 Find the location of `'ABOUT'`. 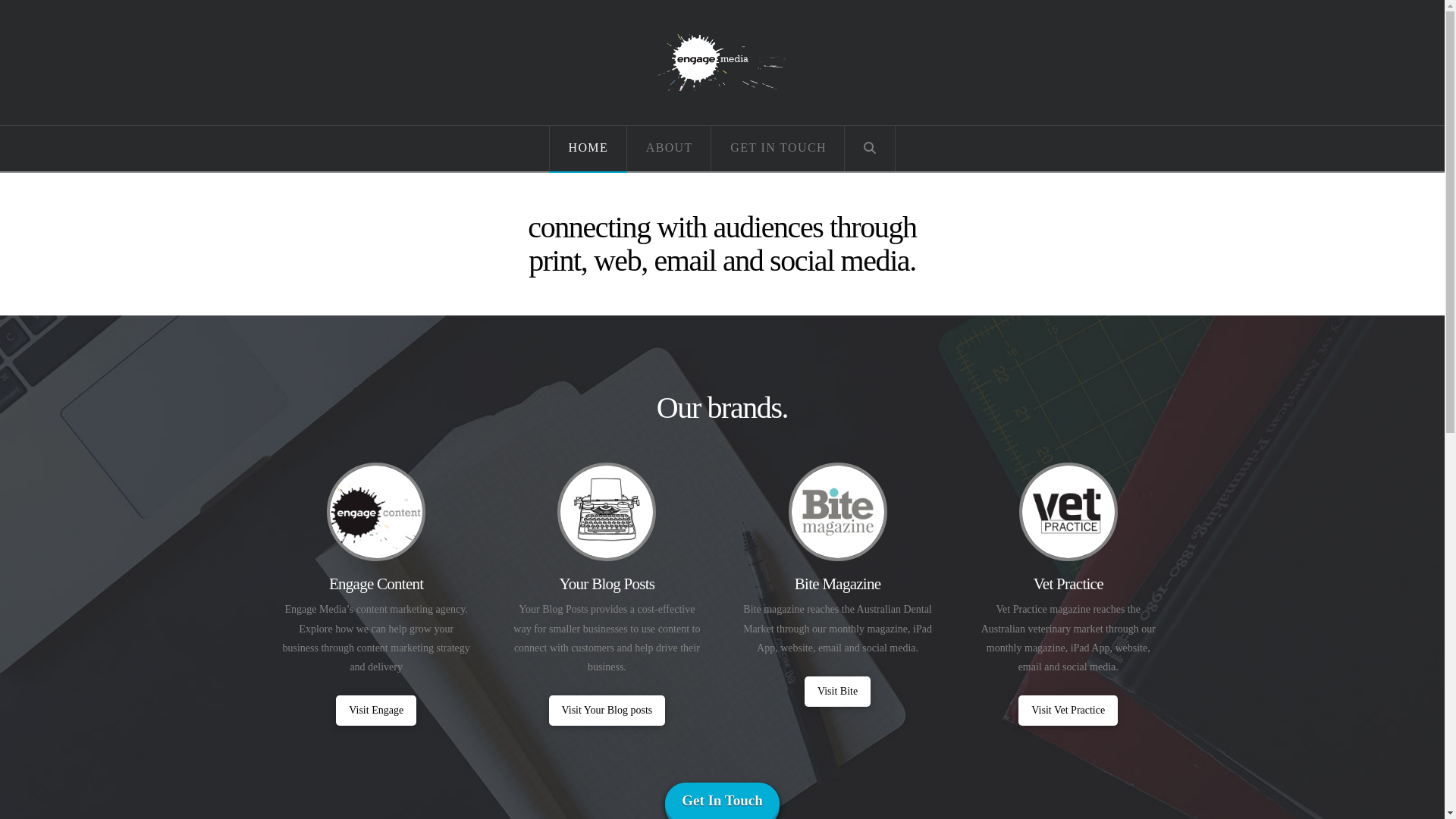

'ABOUT' is located at coordinates (669, 149).